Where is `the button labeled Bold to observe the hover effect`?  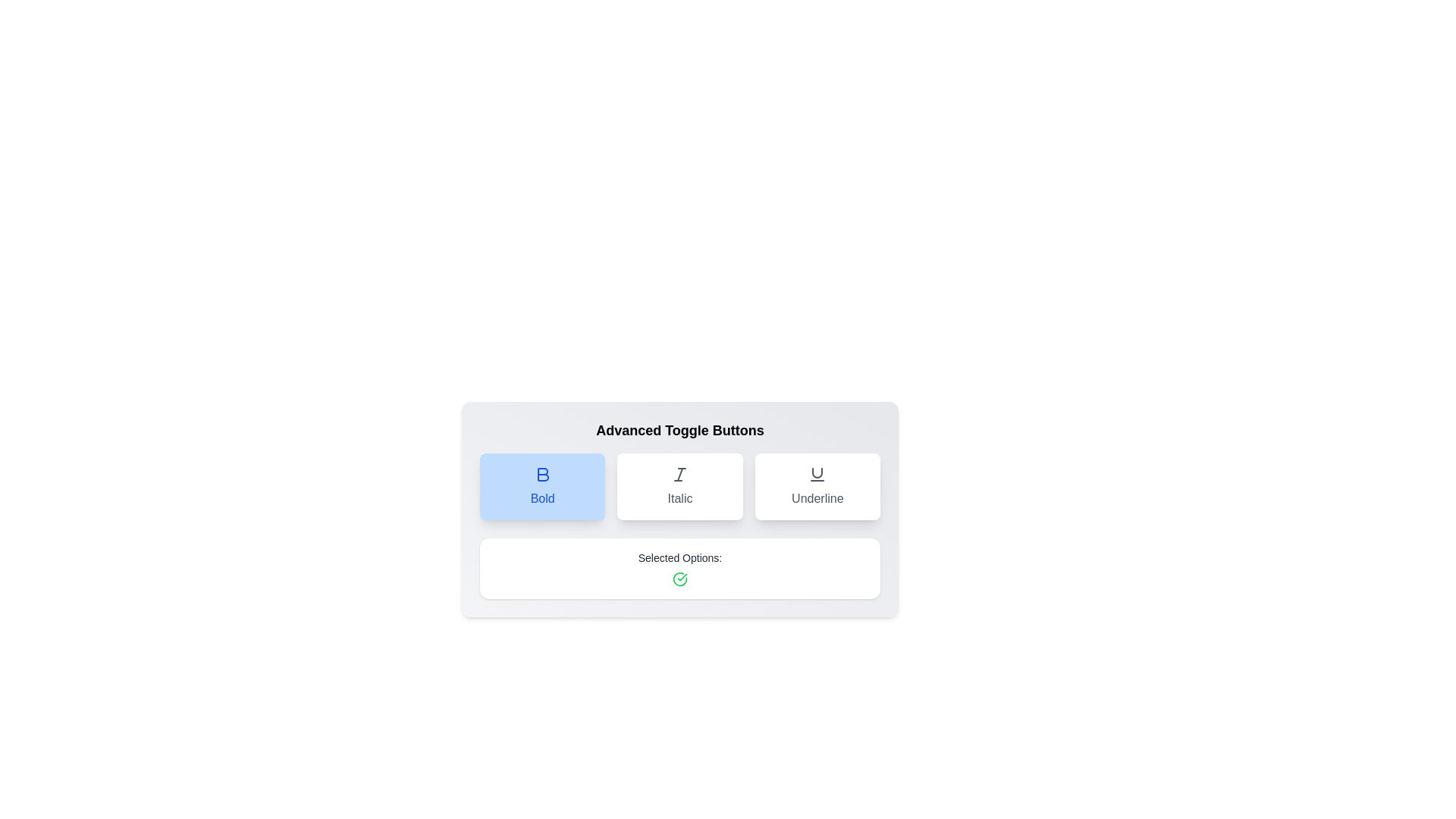 the button labeled Bold to observe the hover effect is located at coordinates (542, 486).